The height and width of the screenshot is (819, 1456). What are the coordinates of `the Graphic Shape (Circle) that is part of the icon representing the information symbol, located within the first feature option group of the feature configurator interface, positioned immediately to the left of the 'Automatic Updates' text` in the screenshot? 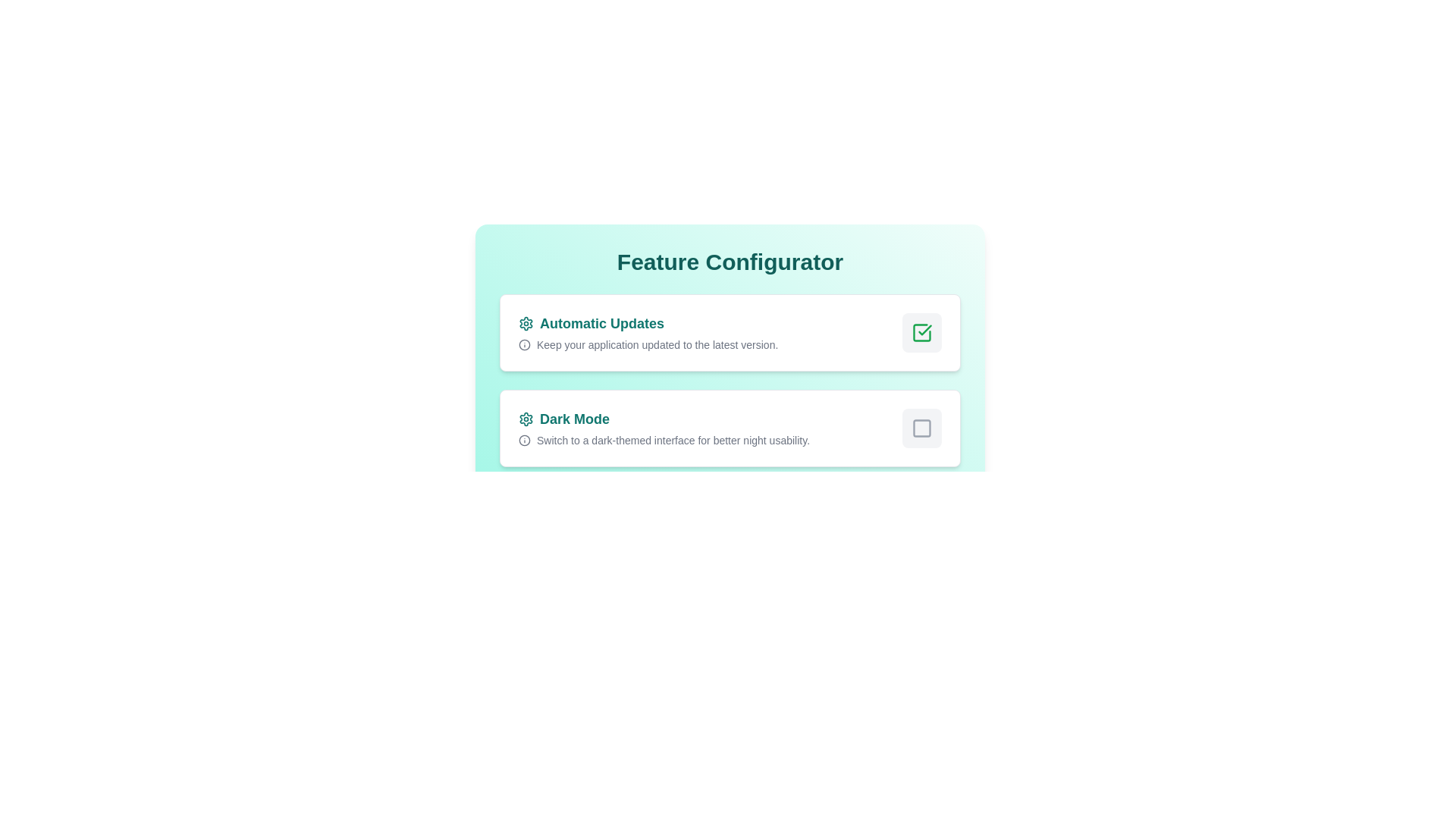 It's located at (524, 345).